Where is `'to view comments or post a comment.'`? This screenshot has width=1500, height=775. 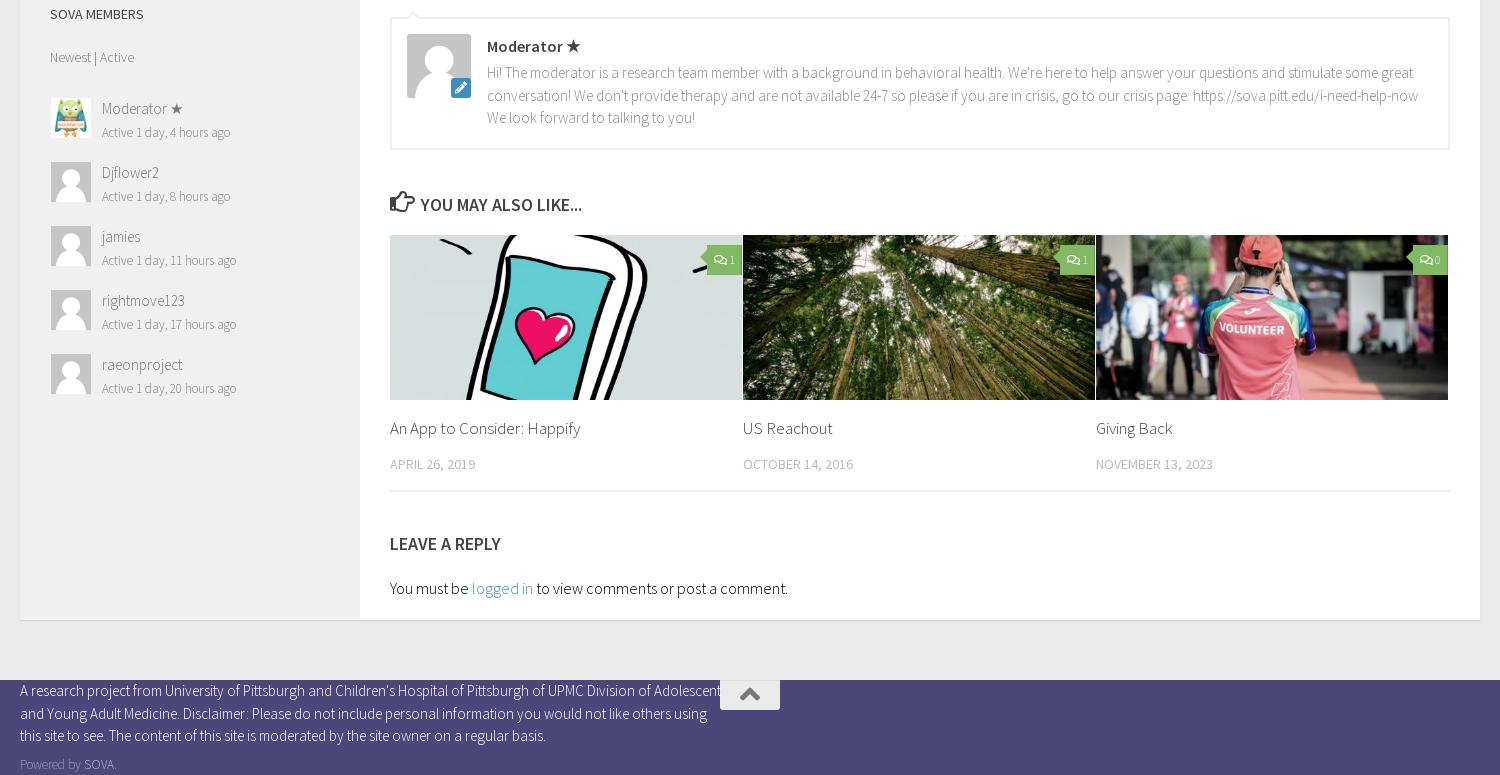
'to view comments or post a comment.' is located at coordinates (660, 586).